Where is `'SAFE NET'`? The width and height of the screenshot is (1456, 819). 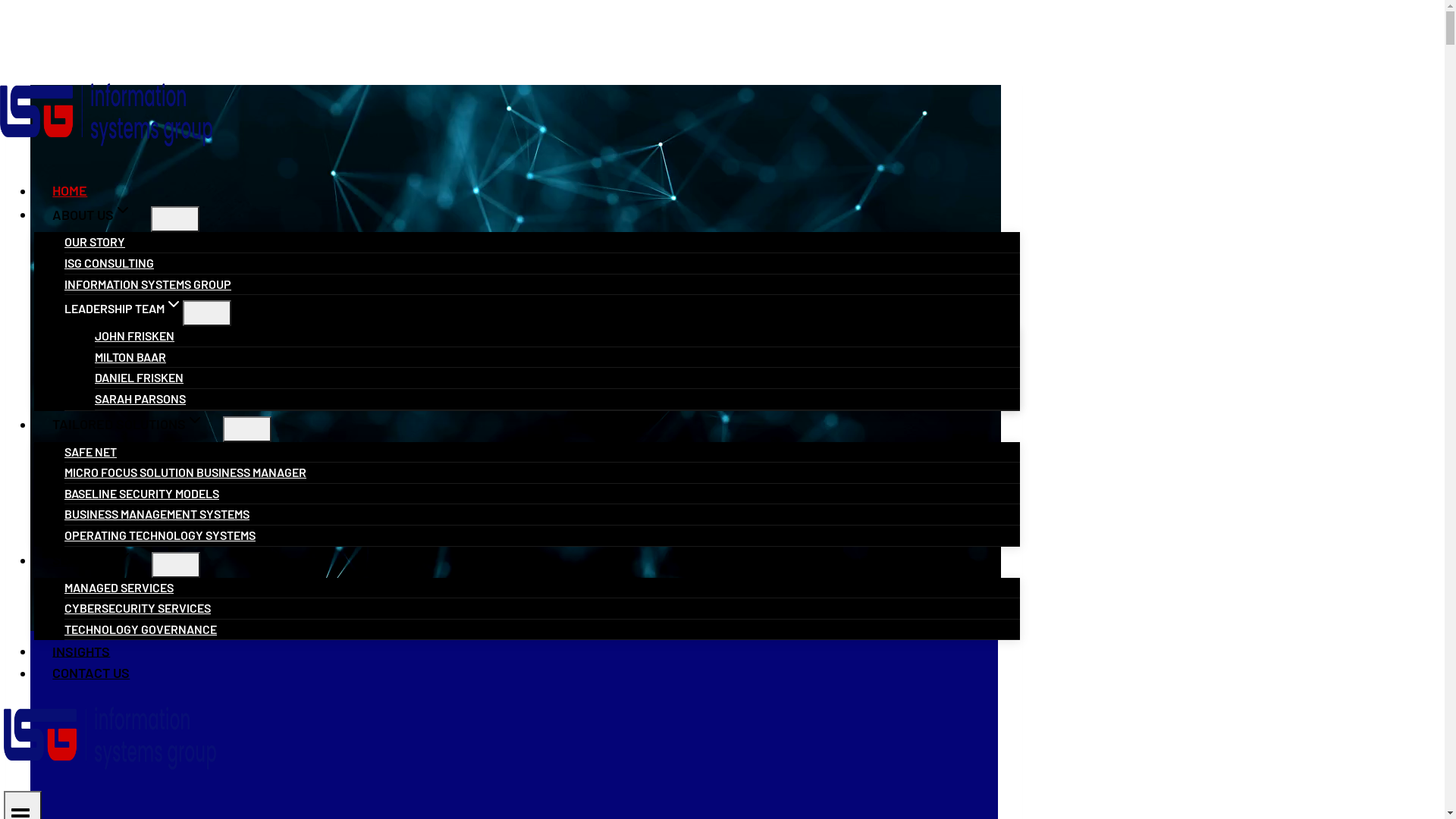 'SAFE NET' is located at coordinates (64, 450).